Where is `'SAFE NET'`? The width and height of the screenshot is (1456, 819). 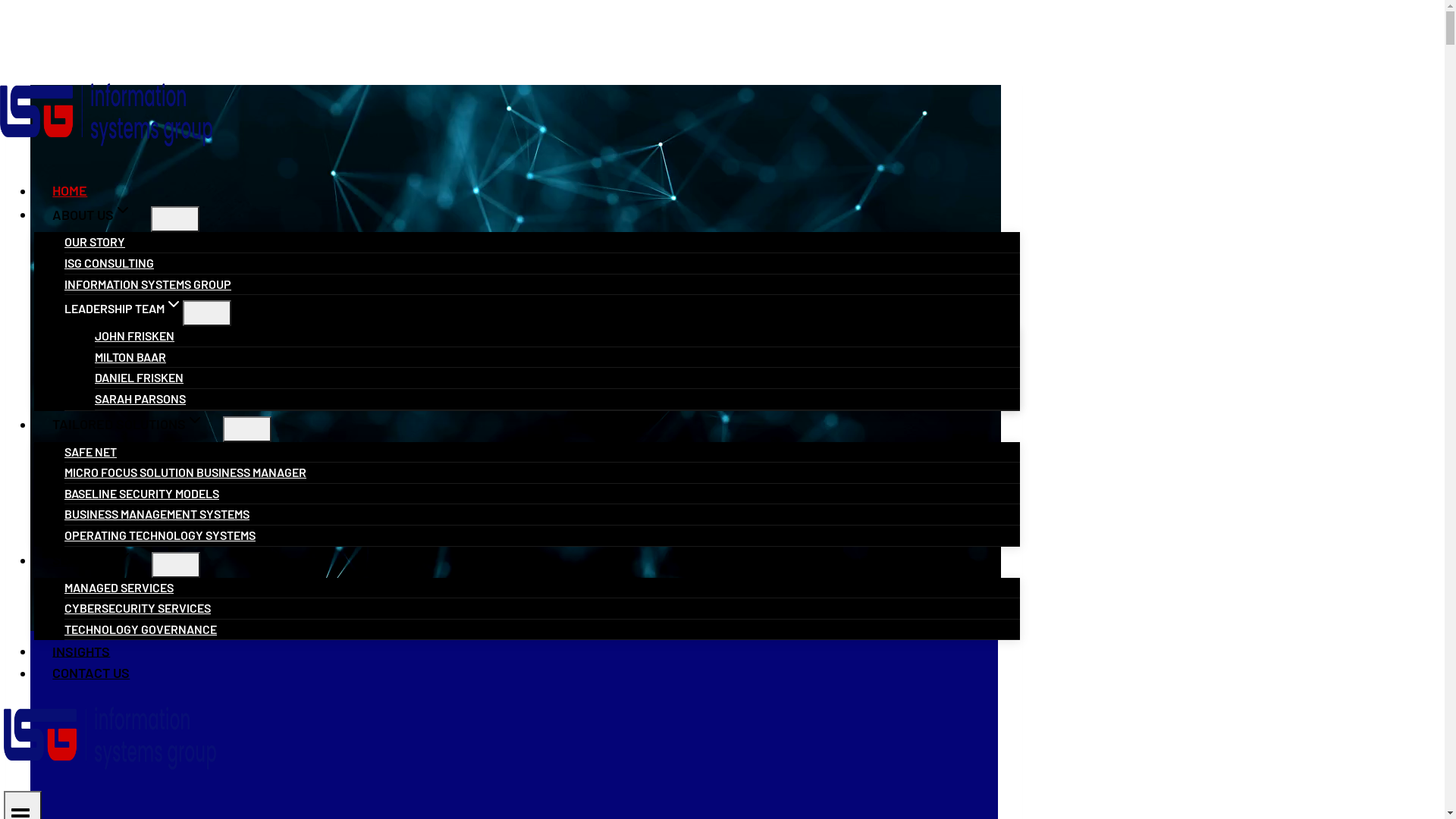 'SAFE NET' is located at coordinates (64, 450).